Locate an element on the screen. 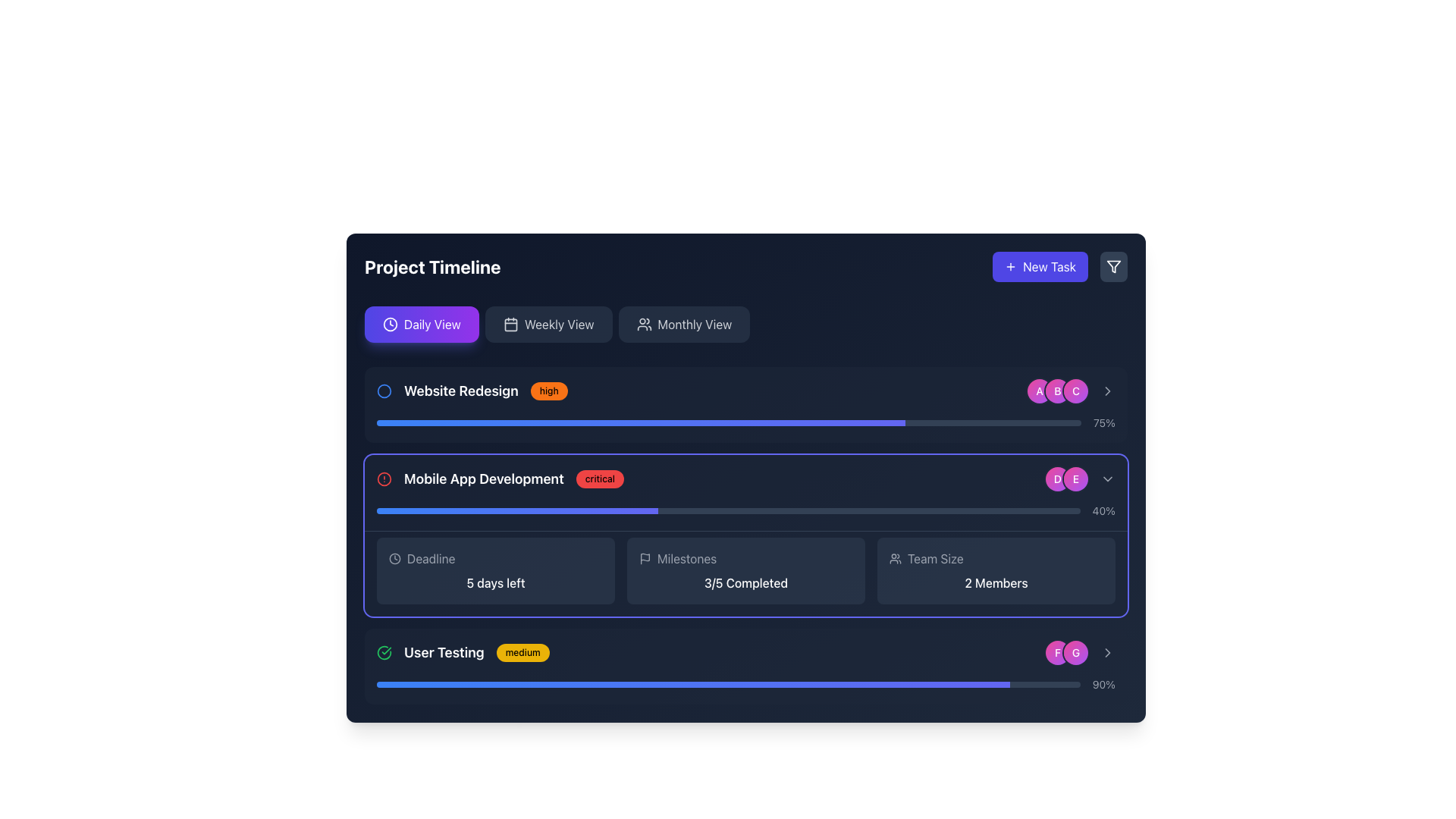 Image resolution: width=1456 pixels, height=819 pixels. 'Project Timeline' text label which is styled in bold, large-sized white text against a dark background, positioned at the top-left of the layout is located at coordinates (431, 265).